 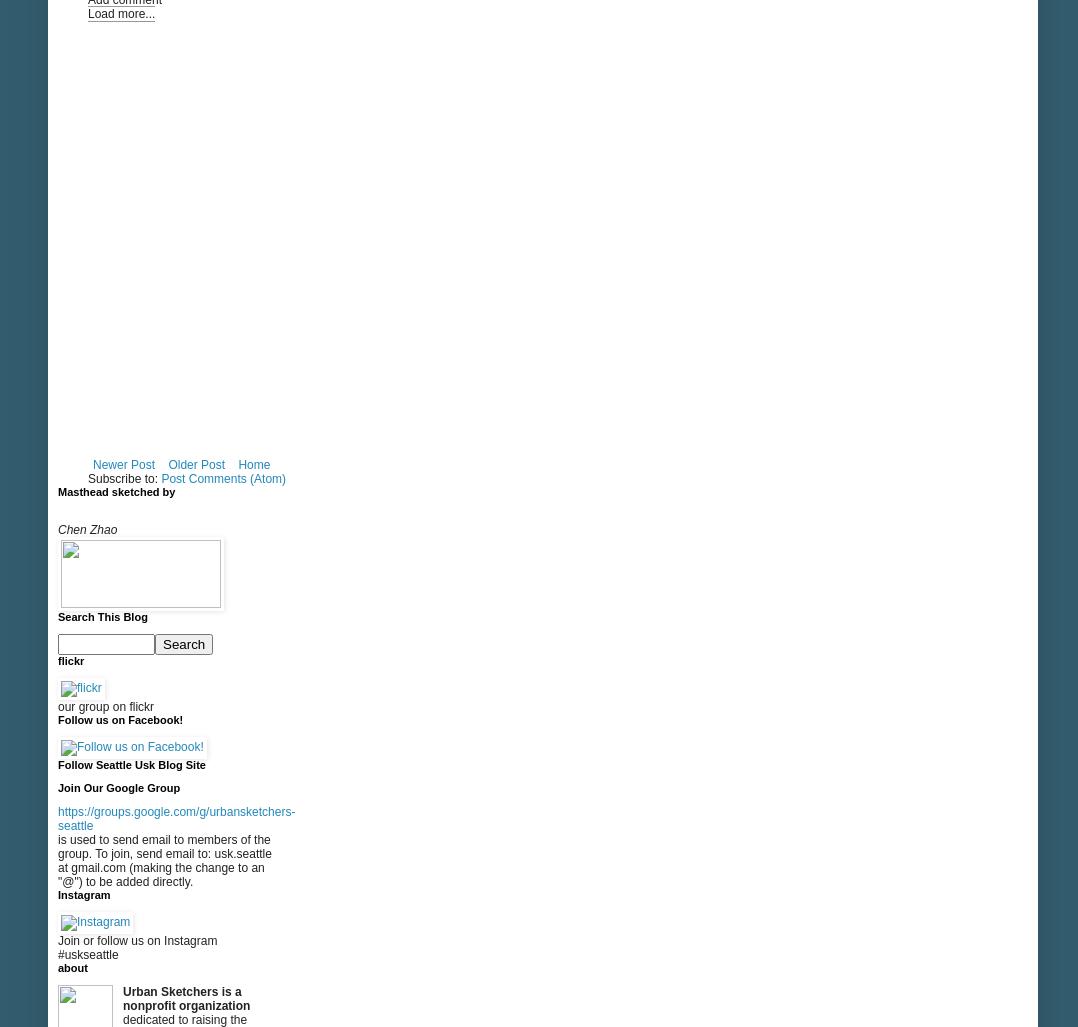 What do you see at coordinates (123, 465) in the screenshot?
I see `'Newer Post'` at bounding box center [123, 465].